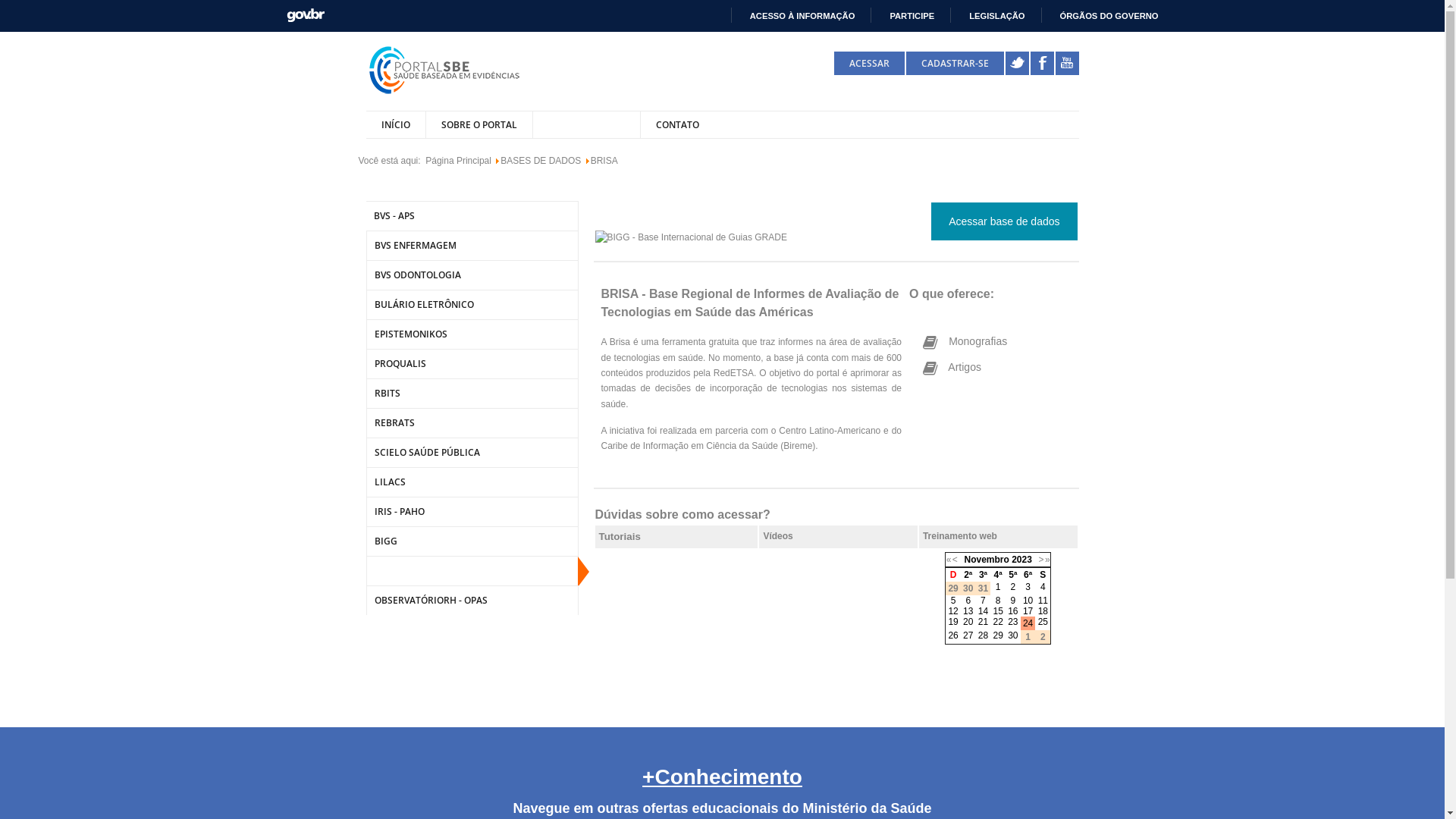  What do you see at coordinates (1013, 599) in the screenshot?
I see `'9'` at bounding box center [1013, 599].